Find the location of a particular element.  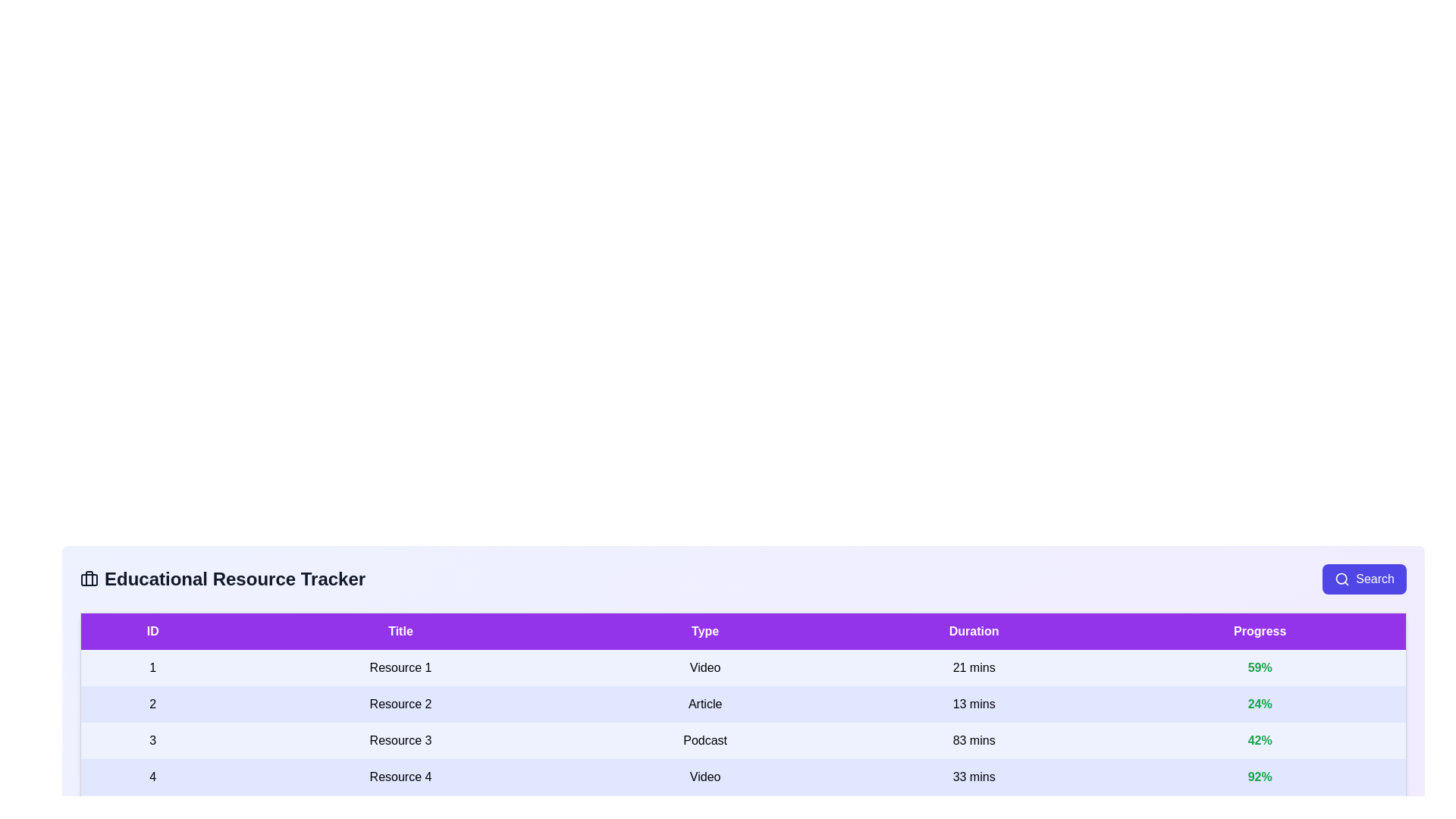

the column header Type to sort the resources by that column is located at coordinates (704, 631).